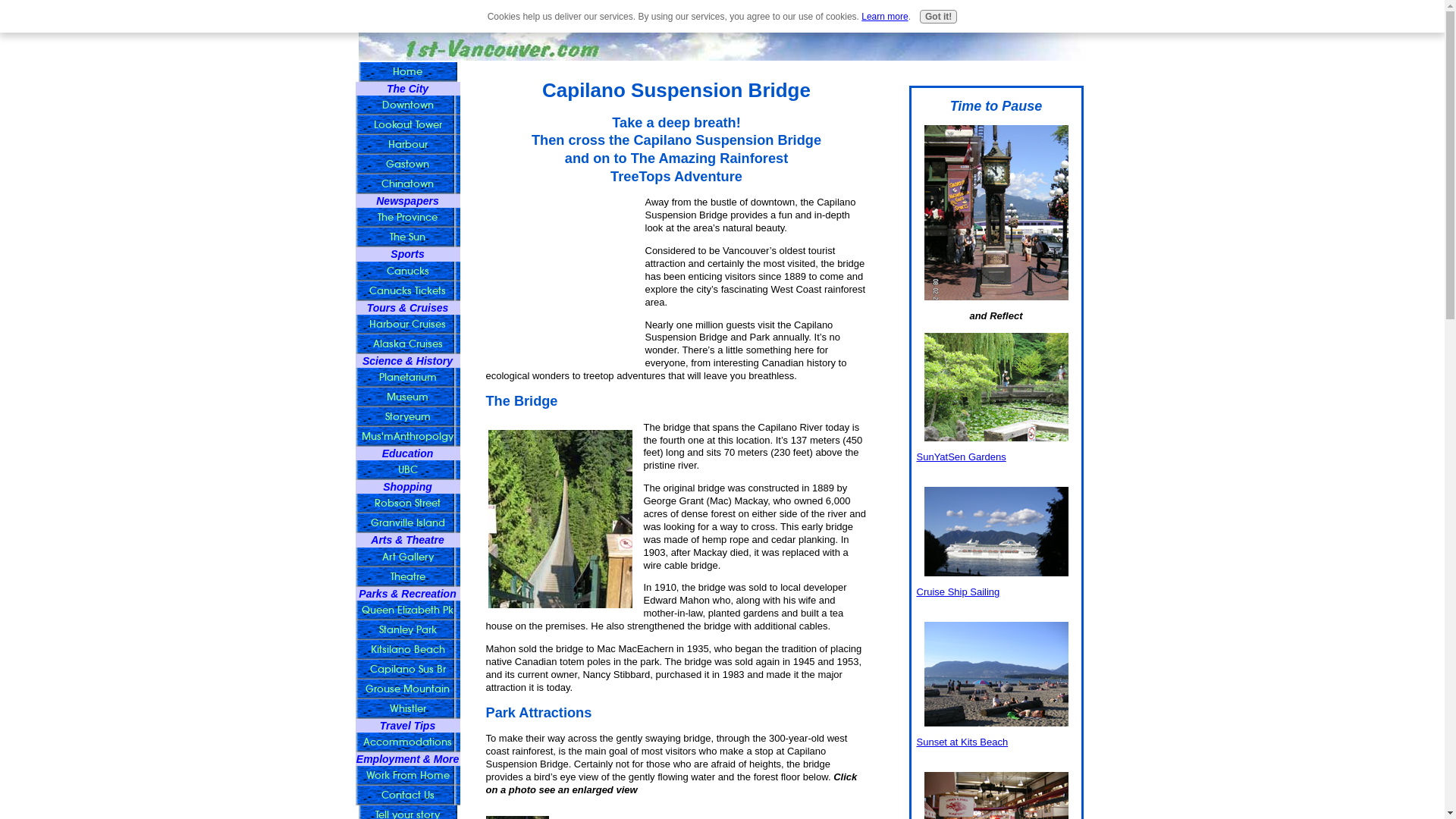 The width and height of the screenshot is (1456, 819). I want to click on 'Robson Street', so click(353, 503).